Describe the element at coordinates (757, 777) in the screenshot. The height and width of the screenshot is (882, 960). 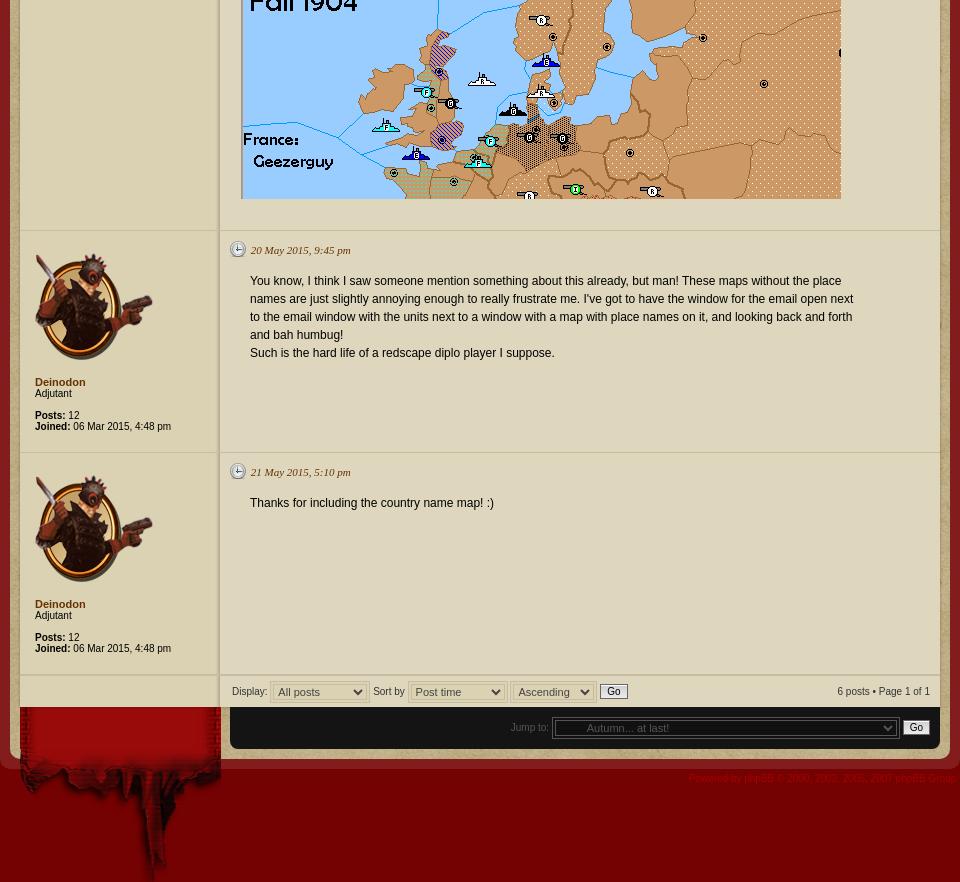
I see `'phpBB'` at that location.